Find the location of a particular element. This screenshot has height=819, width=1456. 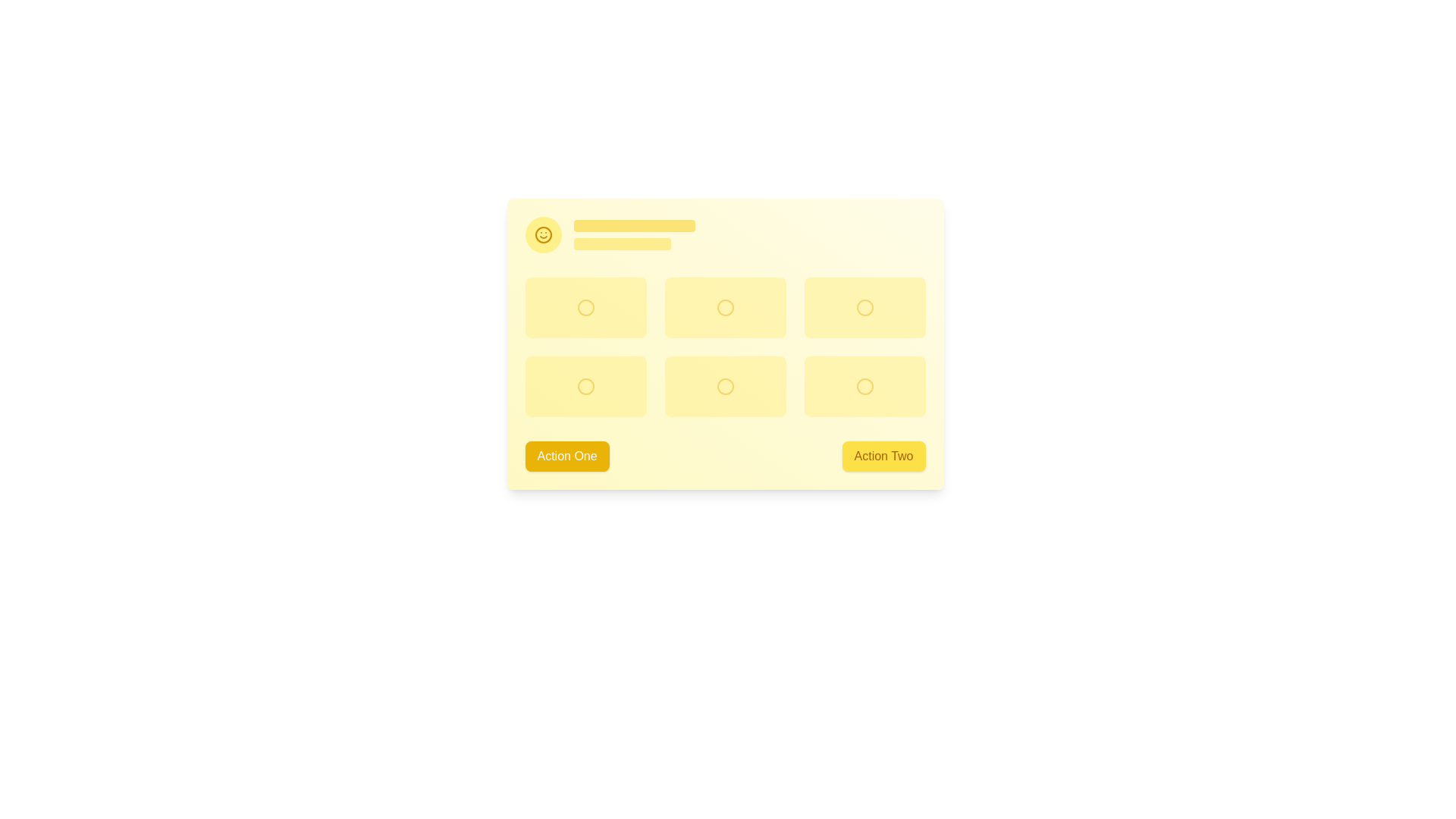

the interactive button-like component located in the second row and second column of a 3x3 grid layout within a light yellow card-like structure is located at coordinates (724, 385).